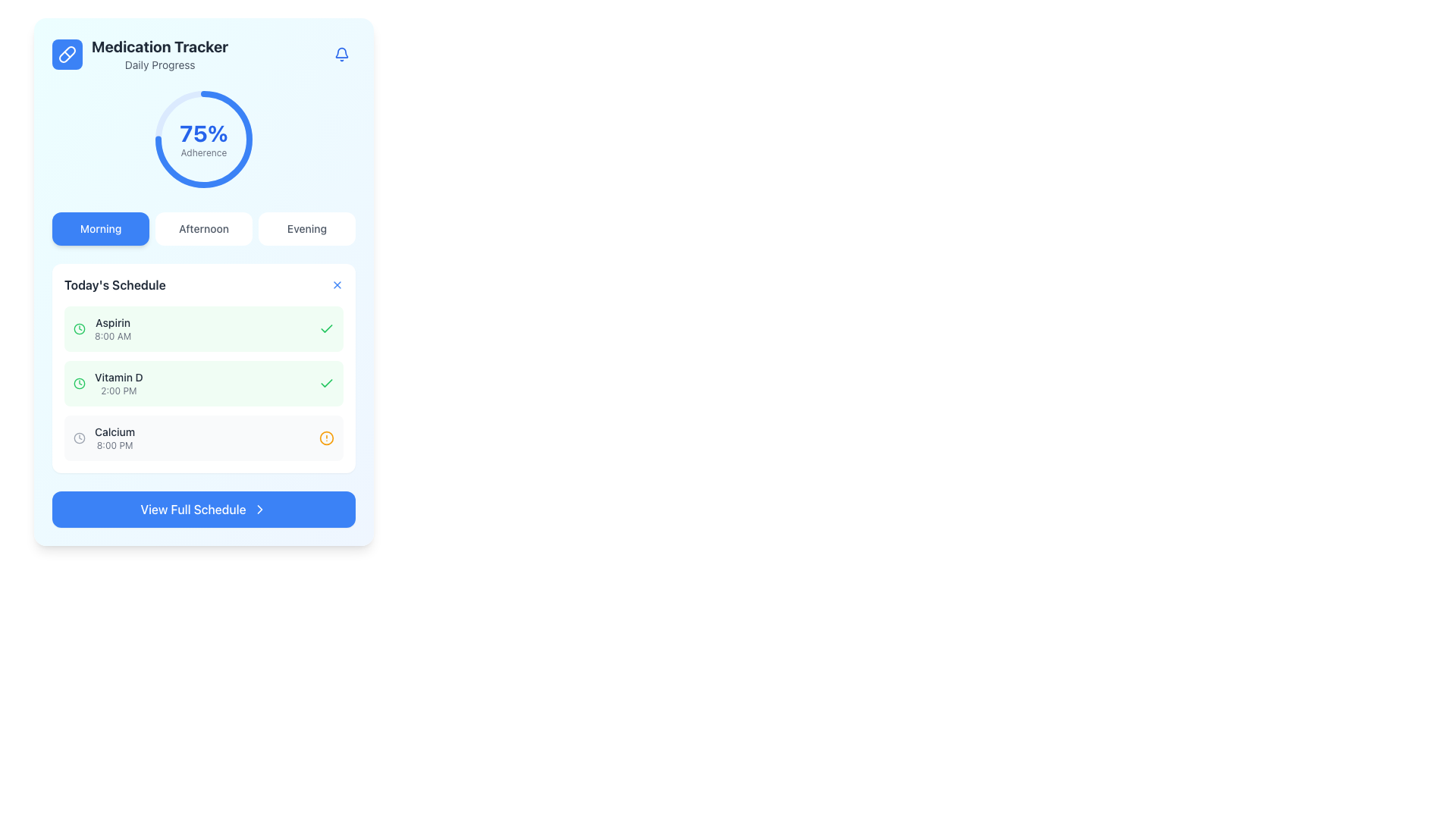  Describe the element at coordinates (202, 140) in the screenshot. I see `the Circular Progress Indicator displaying '75%' with blue text, located in the 'Daily Progress' section of the 'Medication Tracker' interface` at that location.